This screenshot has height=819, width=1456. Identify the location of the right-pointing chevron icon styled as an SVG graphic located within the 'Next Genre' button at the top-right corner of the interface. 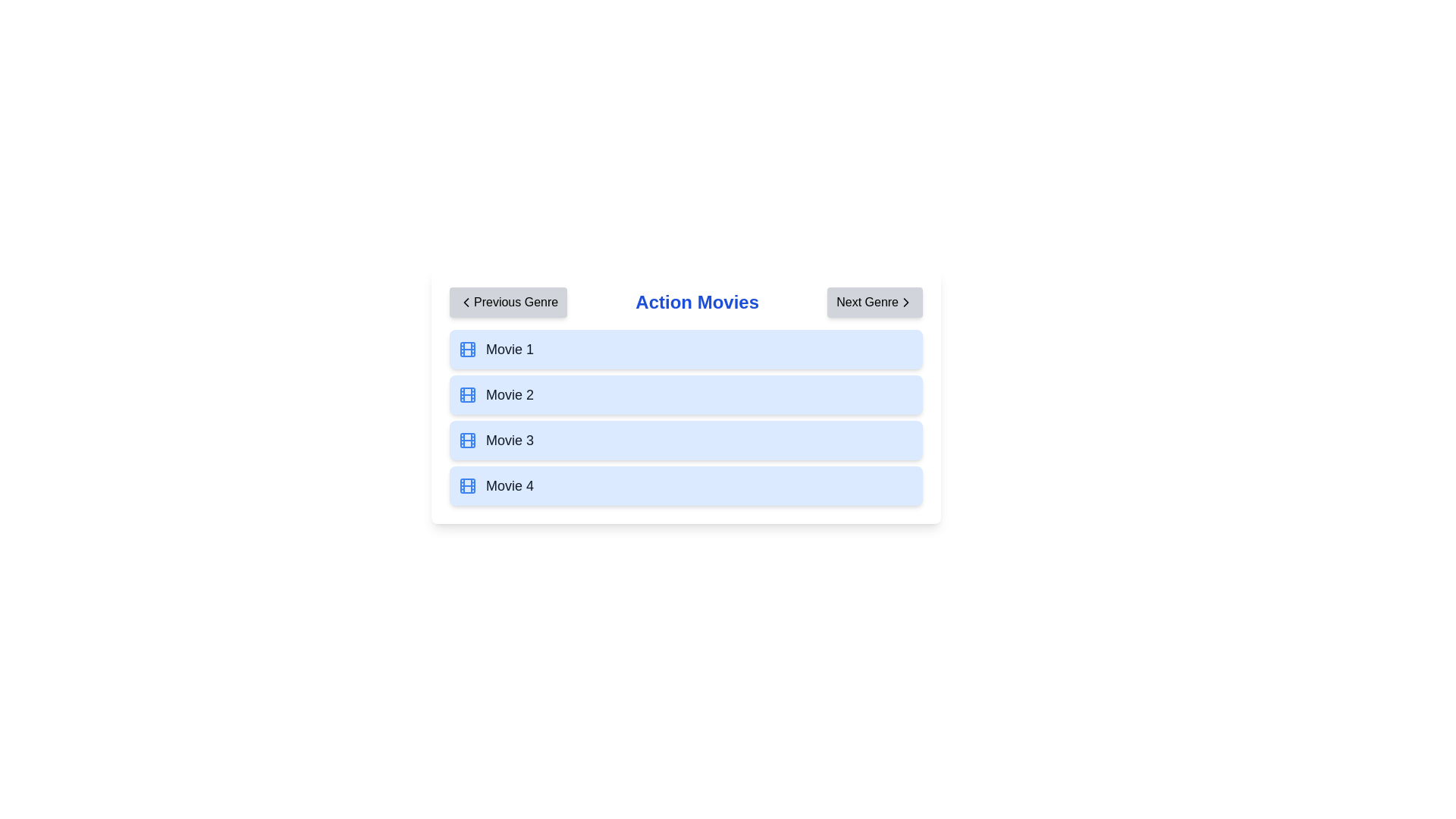
(906, 302).